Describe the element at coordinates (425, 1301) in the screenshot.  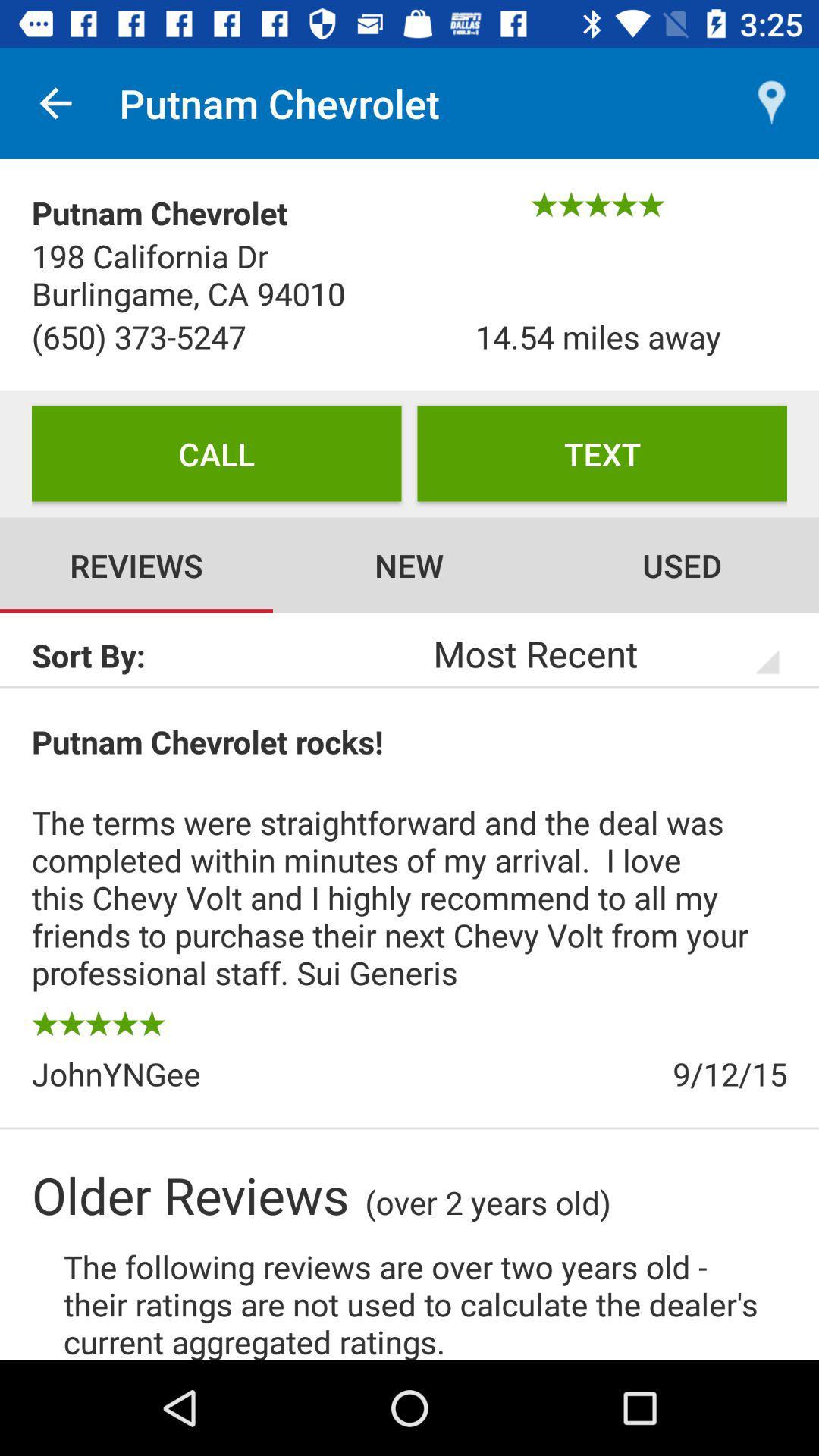
I see `the the following reviews` at that location.